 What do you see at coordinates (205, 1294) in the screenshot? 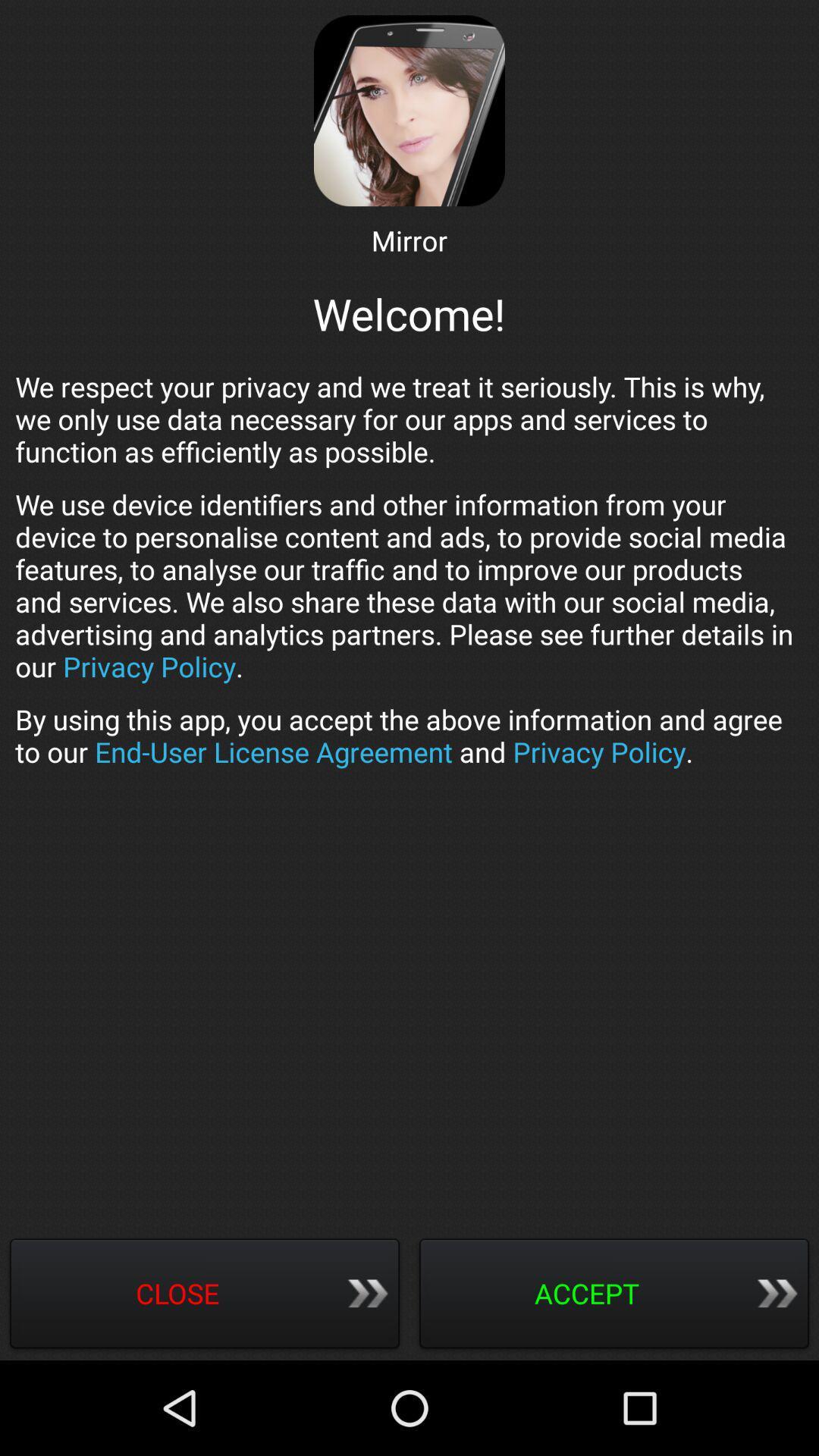
I see `button to the left of the accept icon` at bounding box center [205, 1294].